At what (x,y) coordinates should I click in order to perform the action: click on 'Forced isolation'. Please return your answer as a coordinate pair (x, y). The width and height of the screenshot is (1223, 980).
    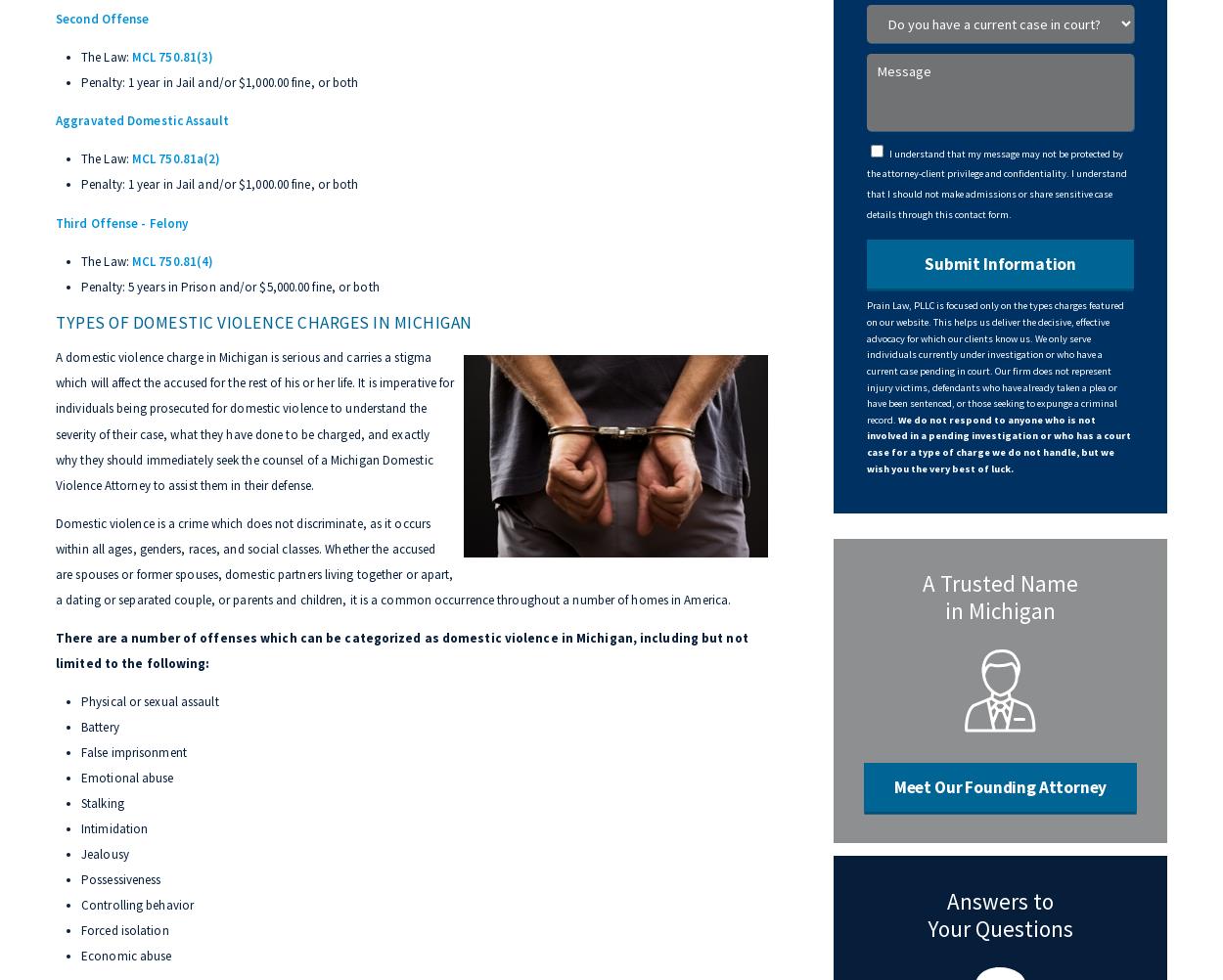
    Looking at the image, I should click on (124, 929).